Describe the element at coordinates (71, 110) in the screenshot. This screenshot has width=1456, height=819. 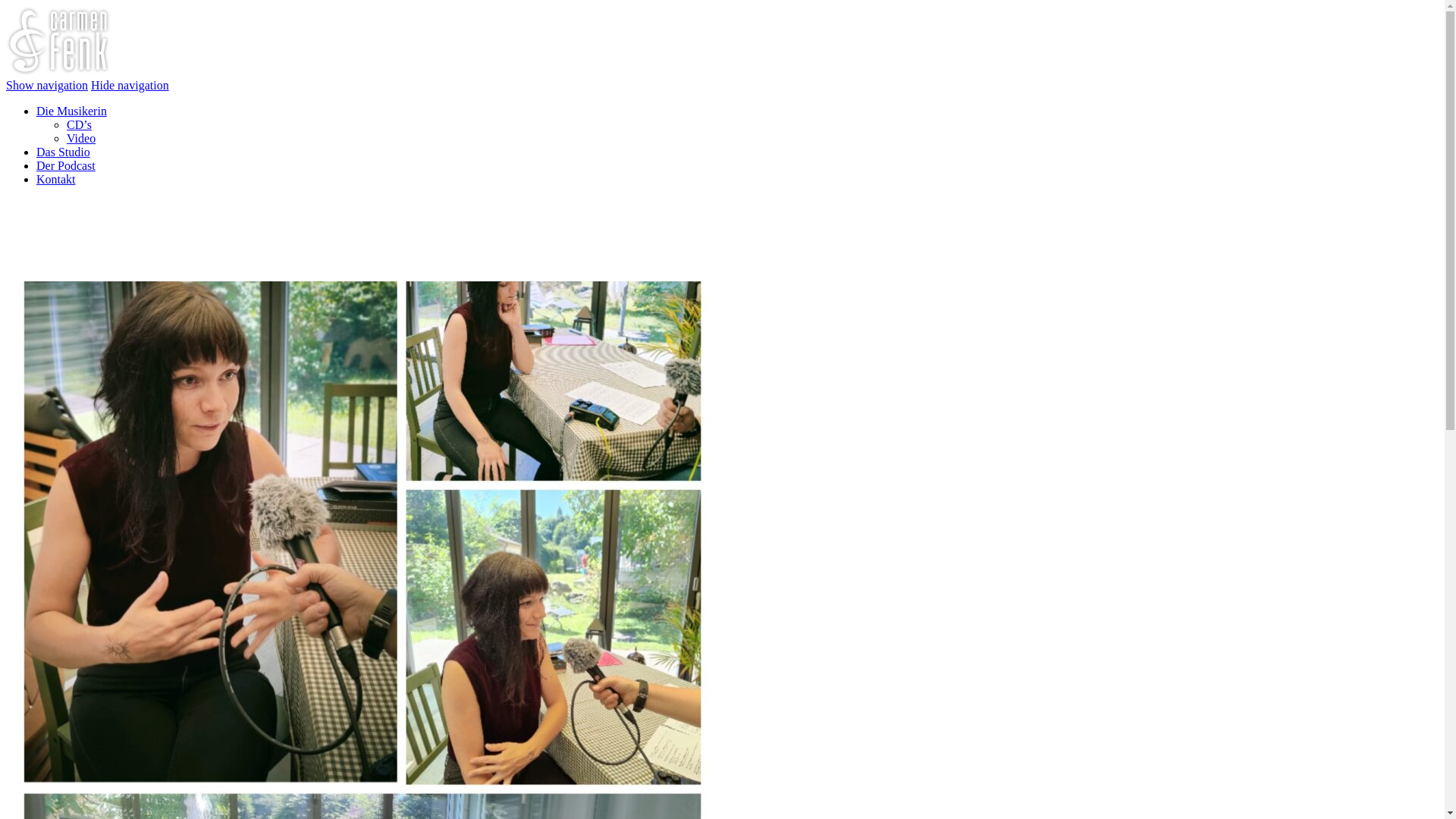
I see `'Die Musikerin'` at that location.